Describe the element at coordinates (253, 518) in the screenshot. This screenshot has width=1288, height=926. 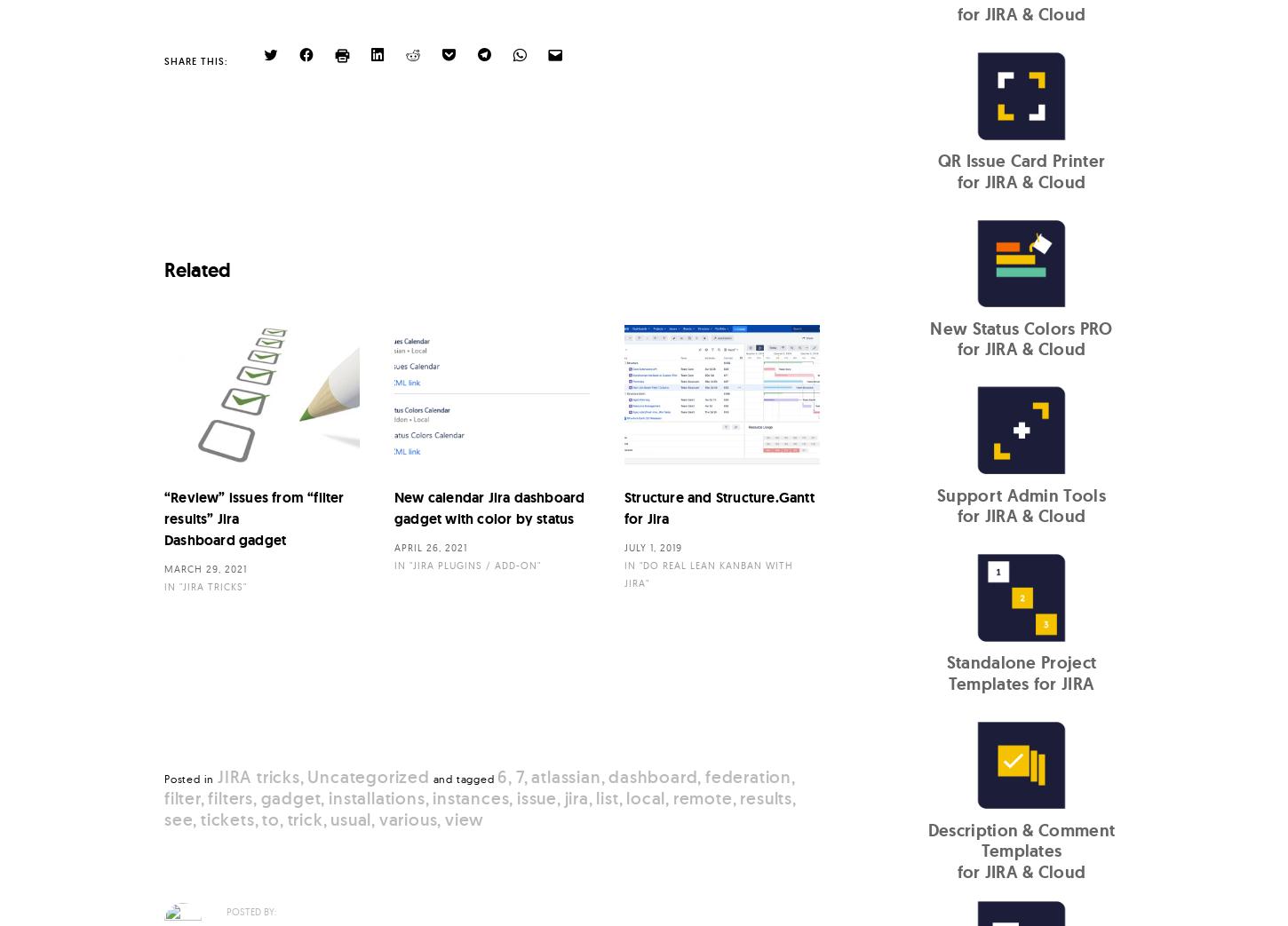
I see `'“Review” issues from “filter results” Jira Dashboard gadget'` at that location.